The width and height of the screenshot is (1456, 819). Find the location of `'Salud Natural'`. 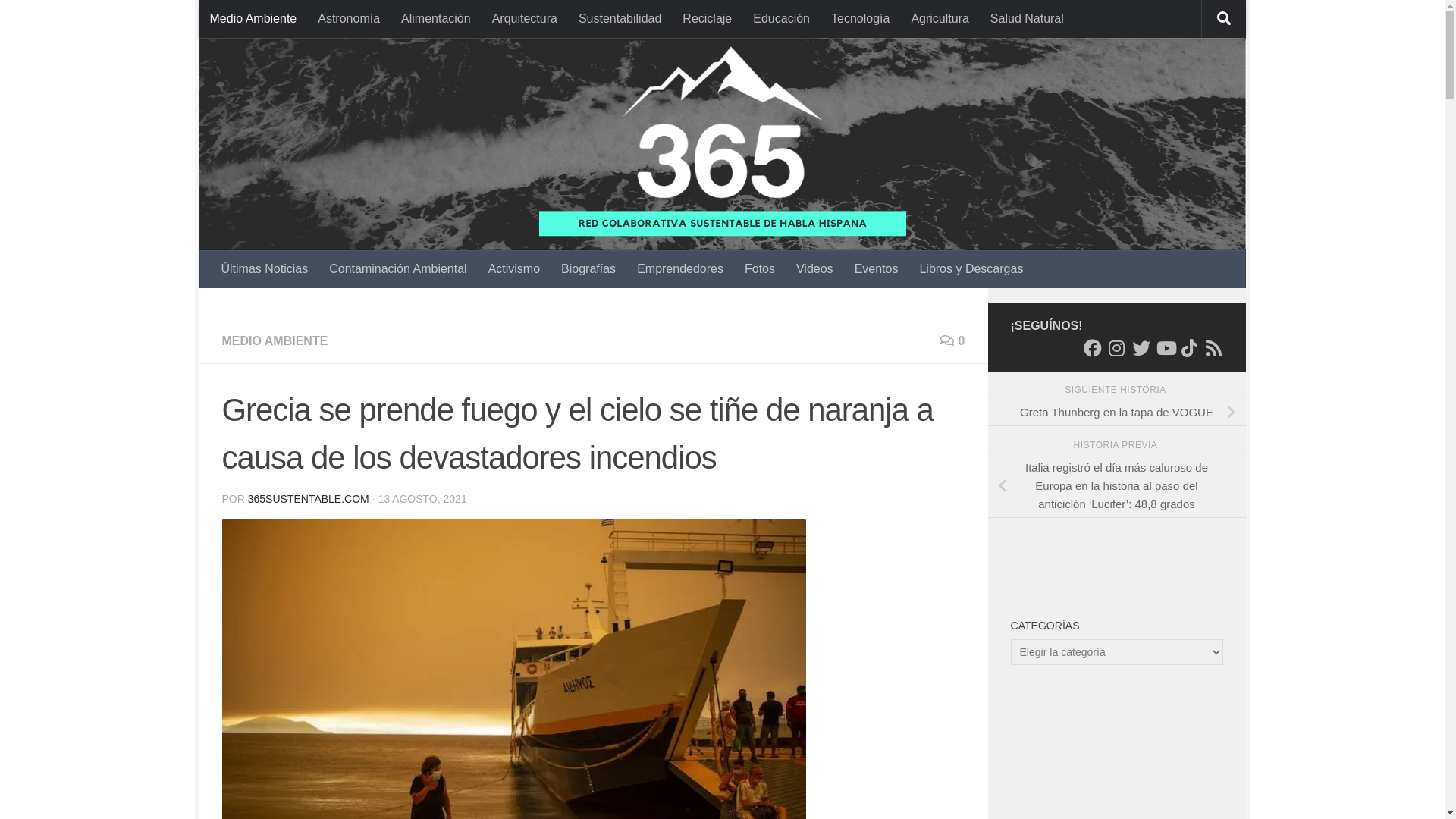

'Salud Natural' is located at coordinates (979, 18).